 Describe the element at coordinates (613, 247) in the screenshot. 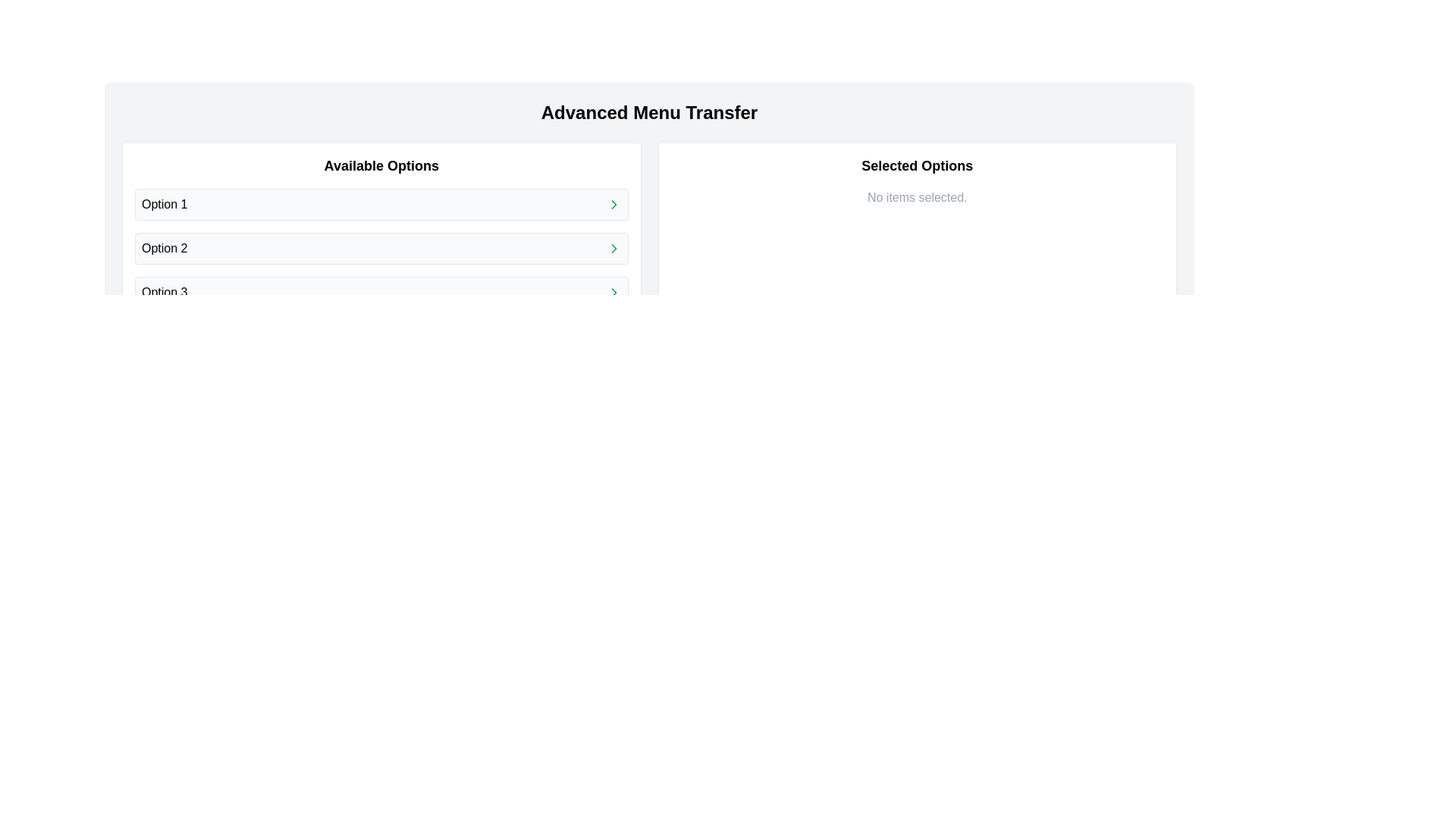

I see `the small green arrow icon button located on the right edge of the 'Option 2' box in the 'Available Options' section to initiate an action` at that location.